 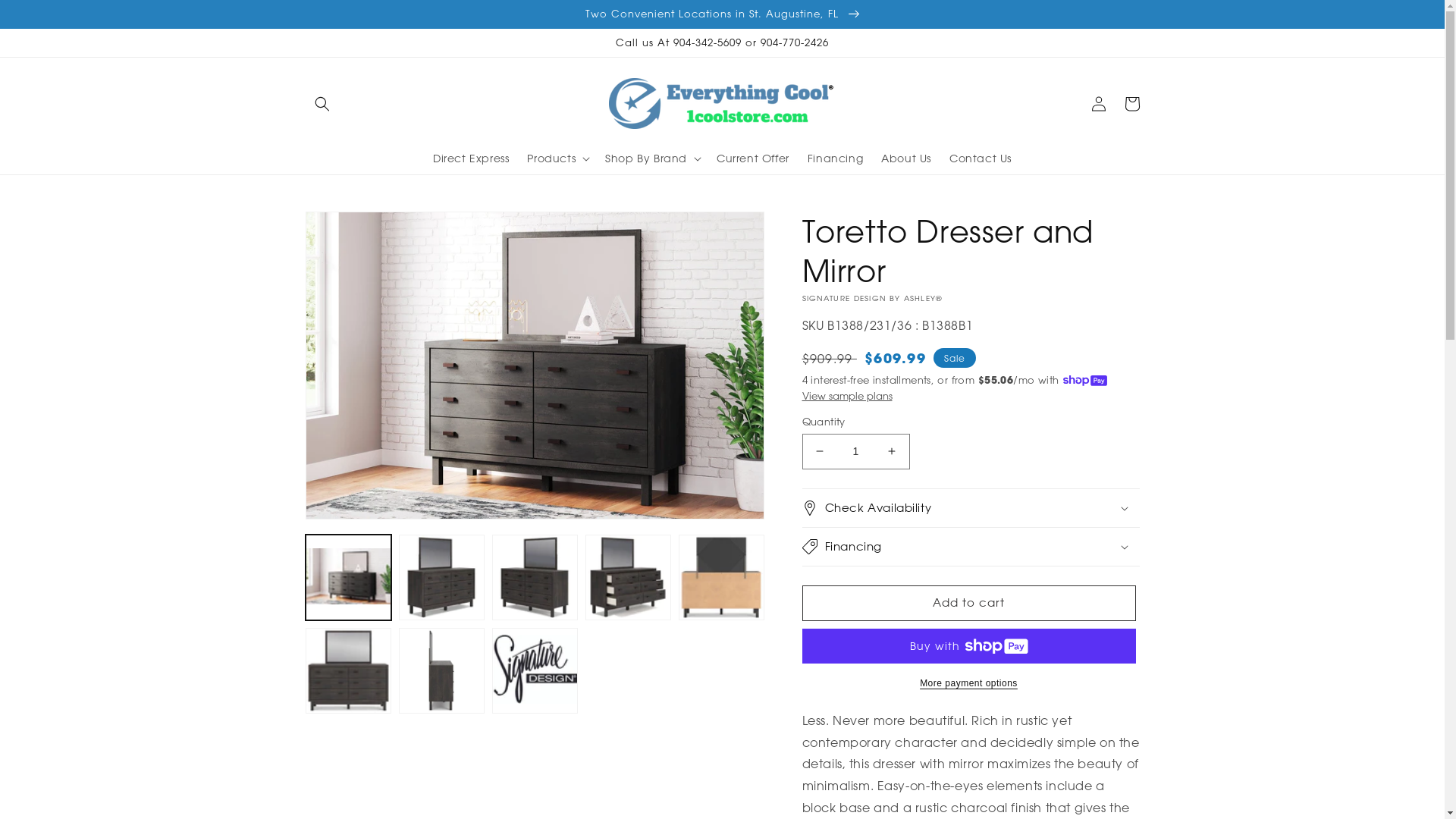 I want to click on 'Increase quantity for Toretto Dresser and Mirror', so click(x=892, y=450).